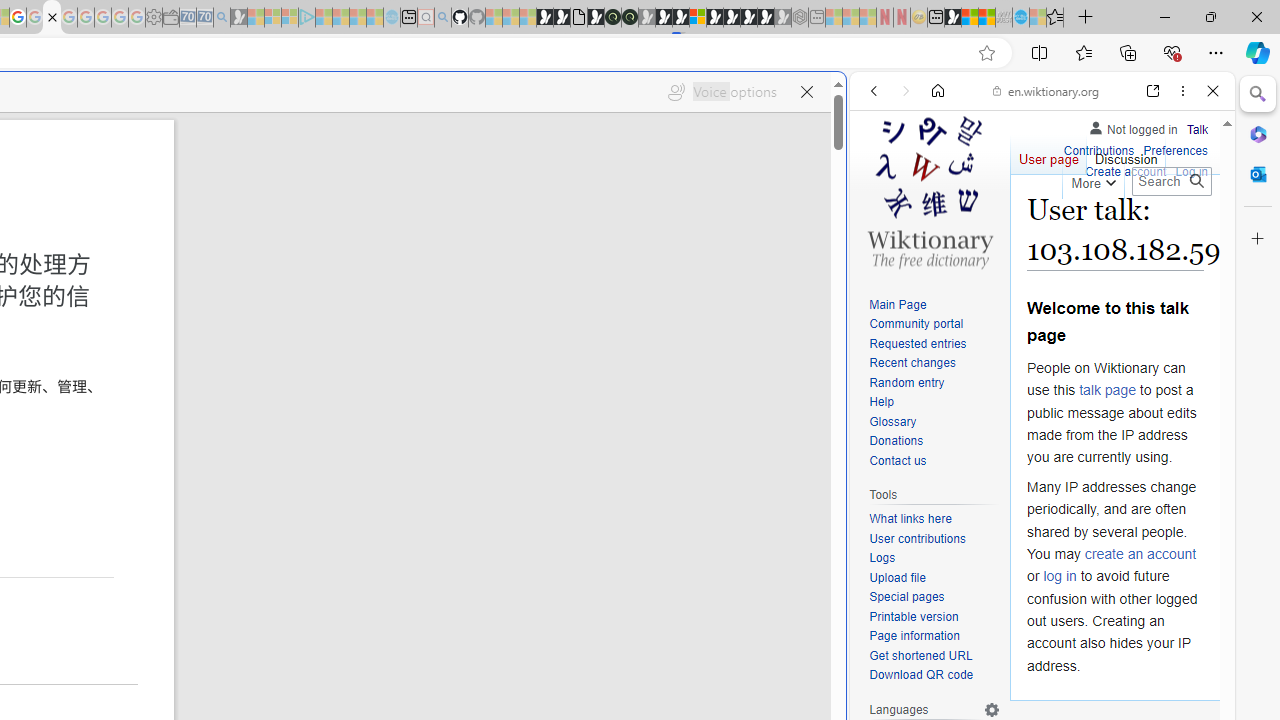 This screenshot has height=720, width=1280. I want to click on 'What links here', so click(909, 518).